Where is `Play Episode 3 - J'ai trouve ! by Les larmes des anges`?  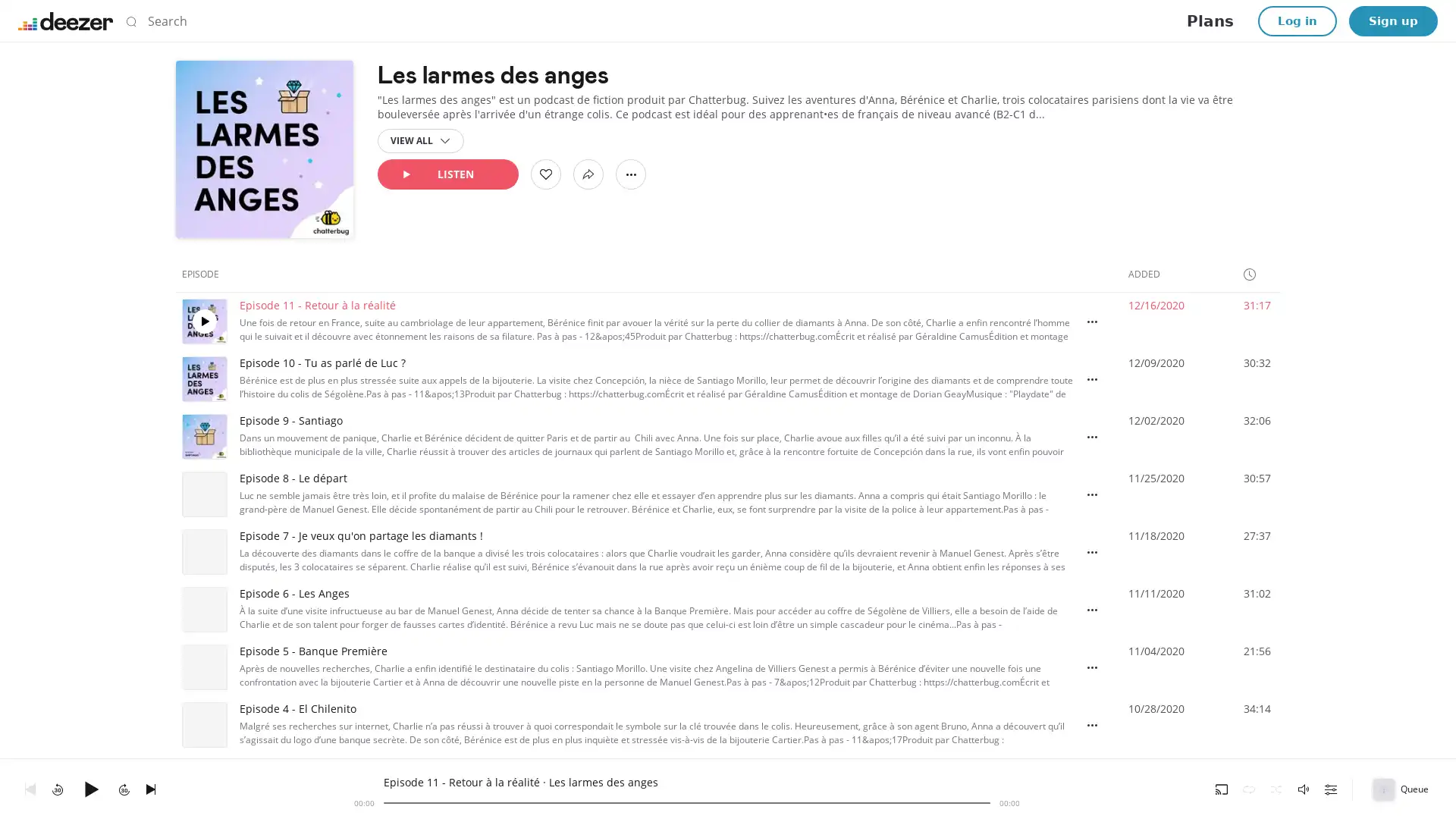 Play Episode 3 - J'ai trouve ! by Les larmes des anges is located at coordinates (203, 783).